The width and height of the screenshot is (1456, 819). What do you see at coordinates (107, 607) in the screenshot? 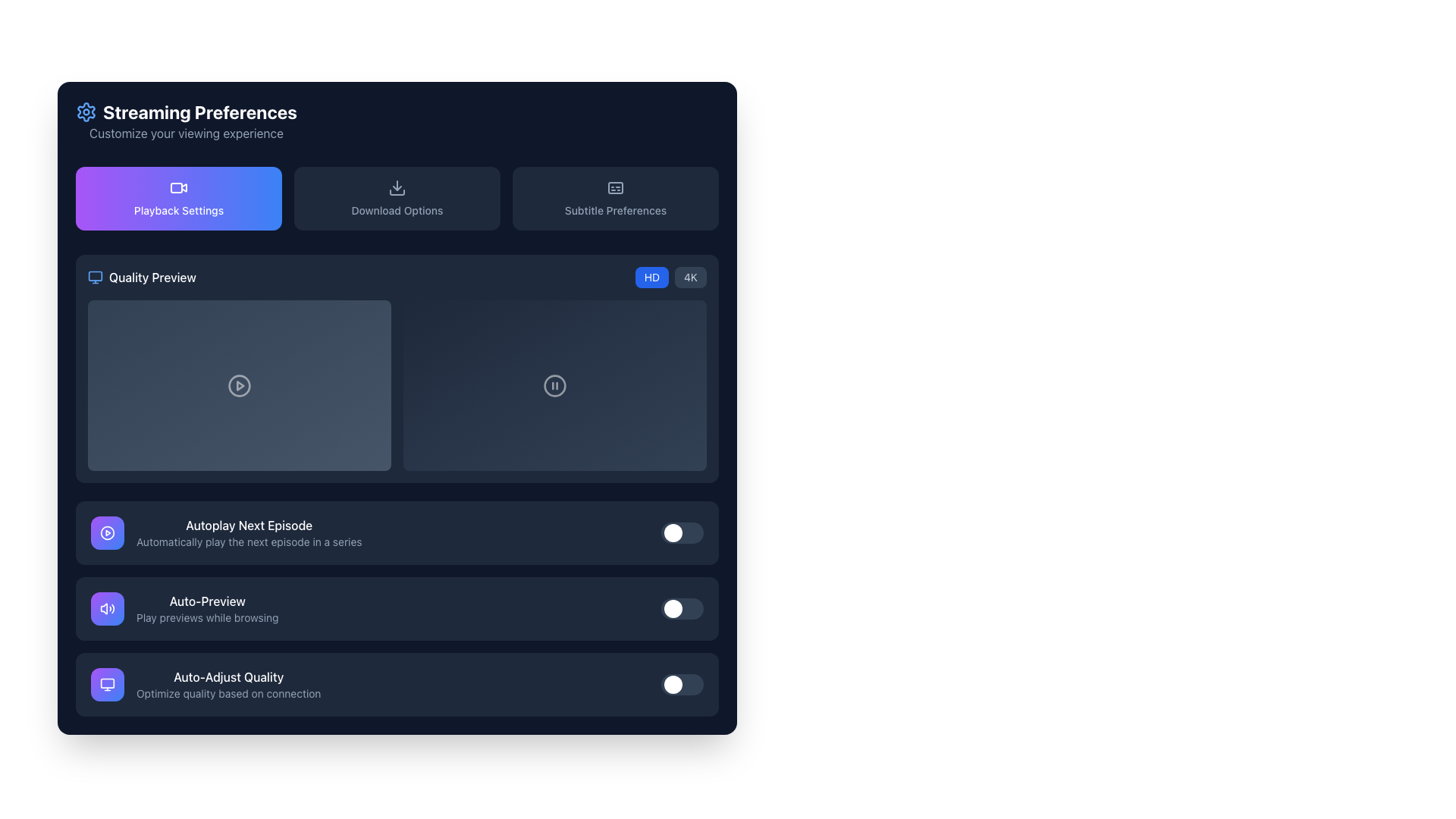
I see `the rounded rectangular Icon button with a gradient color scheme from purple to blue, featuring a white speaker icon, located in the 'Auto-Preview' row to the left of the text labels 'Auto-Preview' and 'Play previews while browsing'` at bounding box center [107, 607].